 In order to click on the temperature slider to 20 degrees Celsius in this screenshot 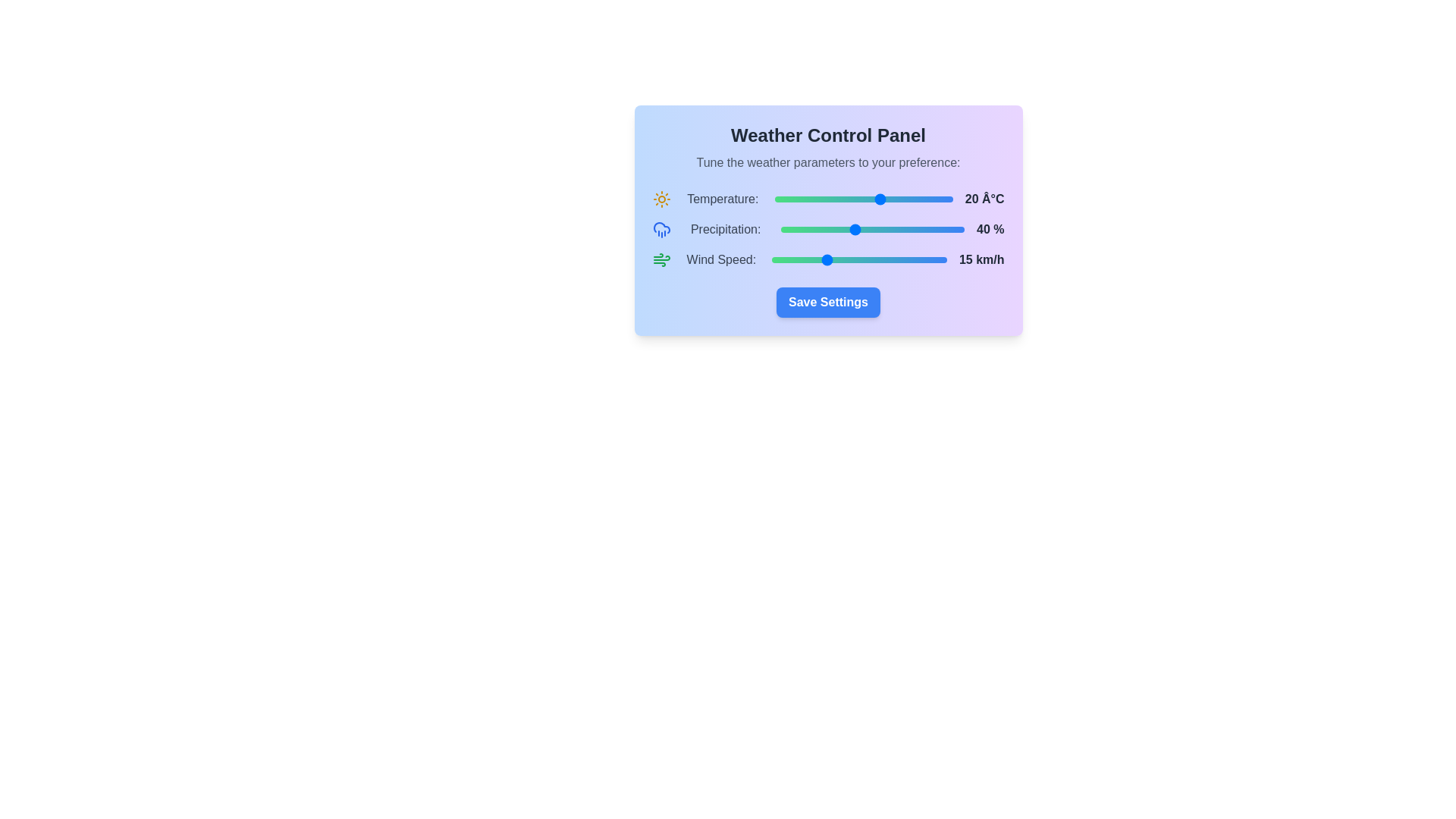, I will do `click(881, 198)`.